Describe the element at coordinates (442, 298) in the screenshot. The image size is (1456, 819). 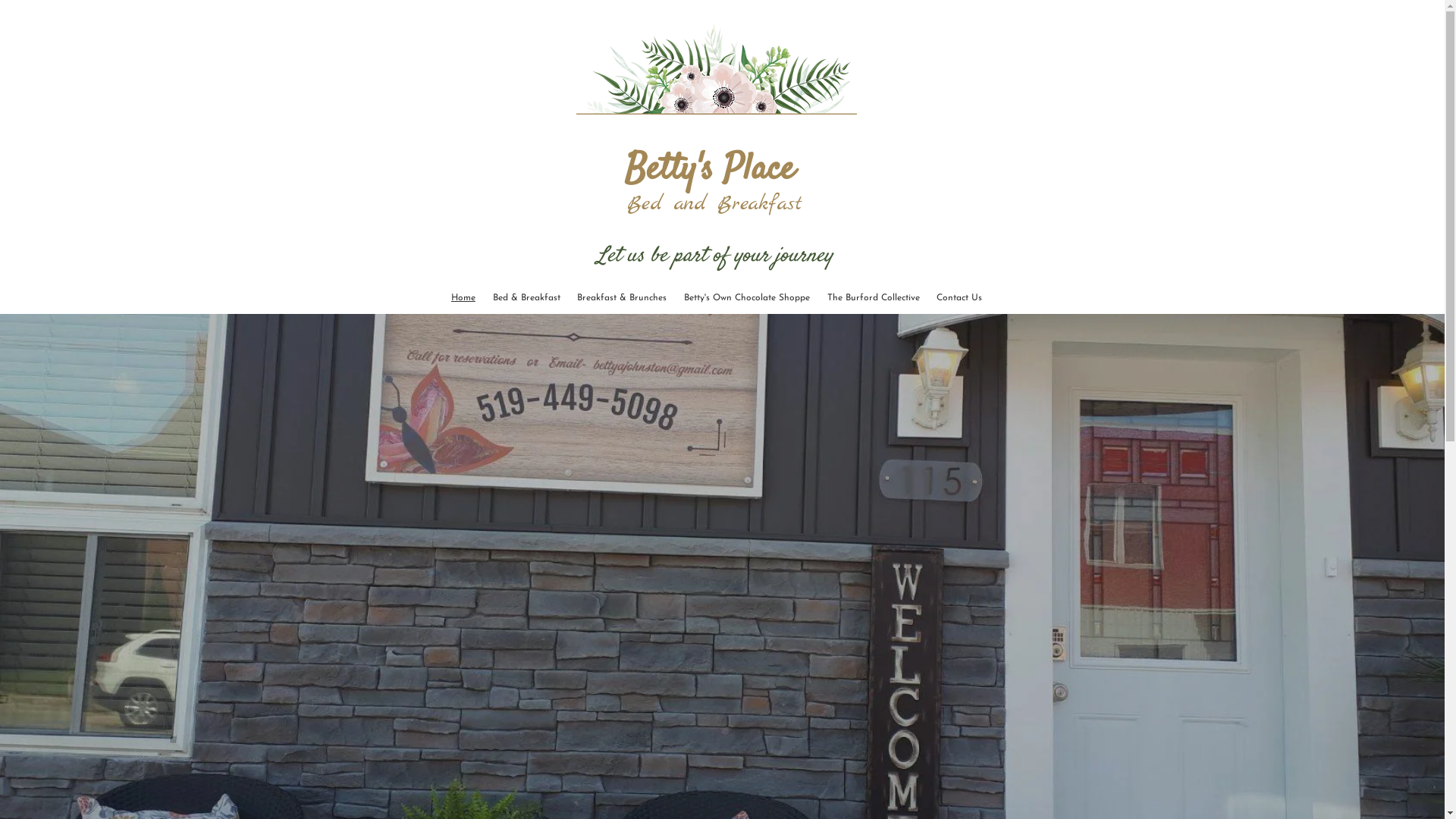
I see `'Home'` at that location.